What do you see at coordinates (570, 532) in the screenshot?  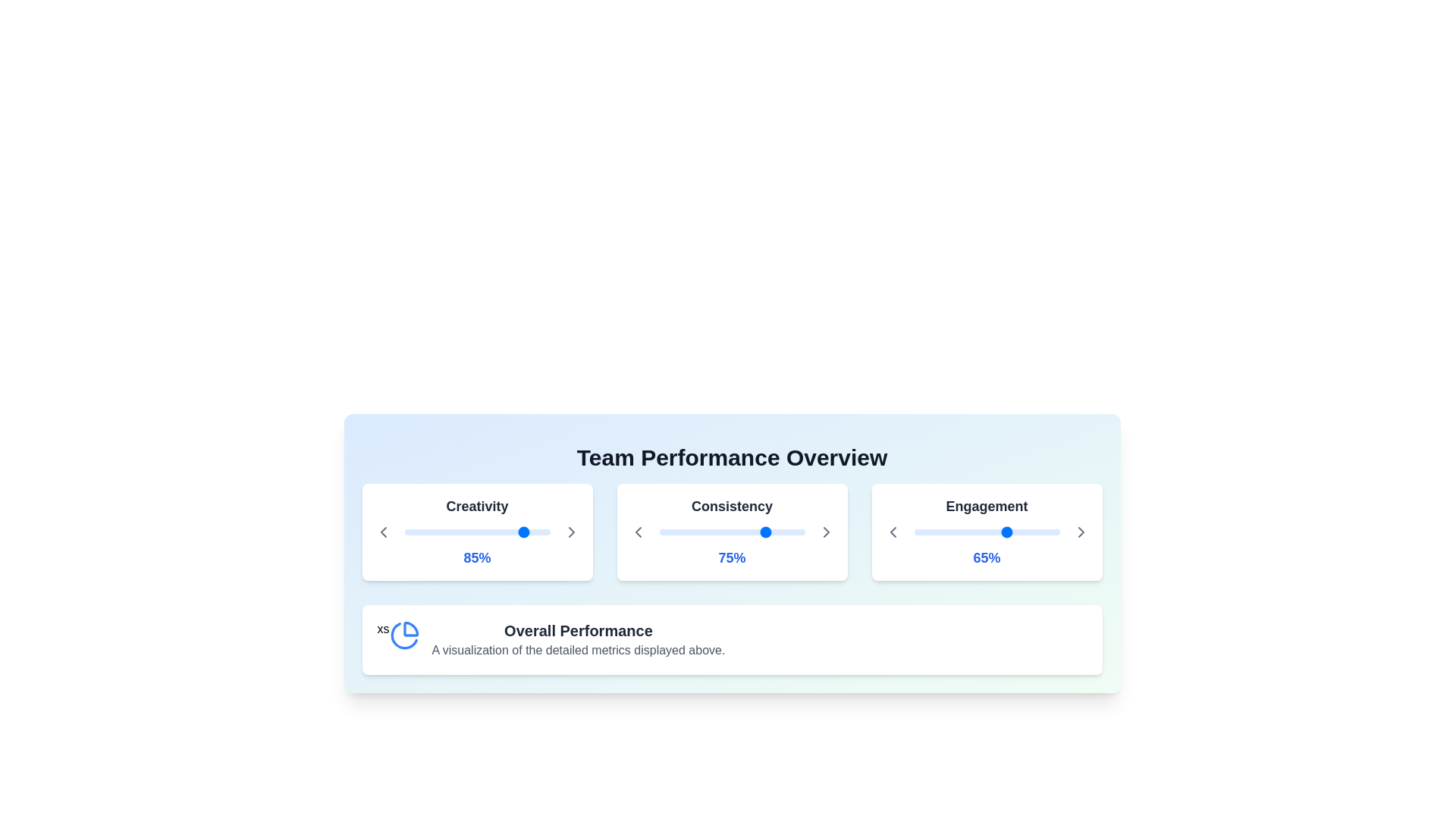 I see `the rightward navigation icon located in the top-right corner of the 'Creativity' card` at bounding box center [570, 532].